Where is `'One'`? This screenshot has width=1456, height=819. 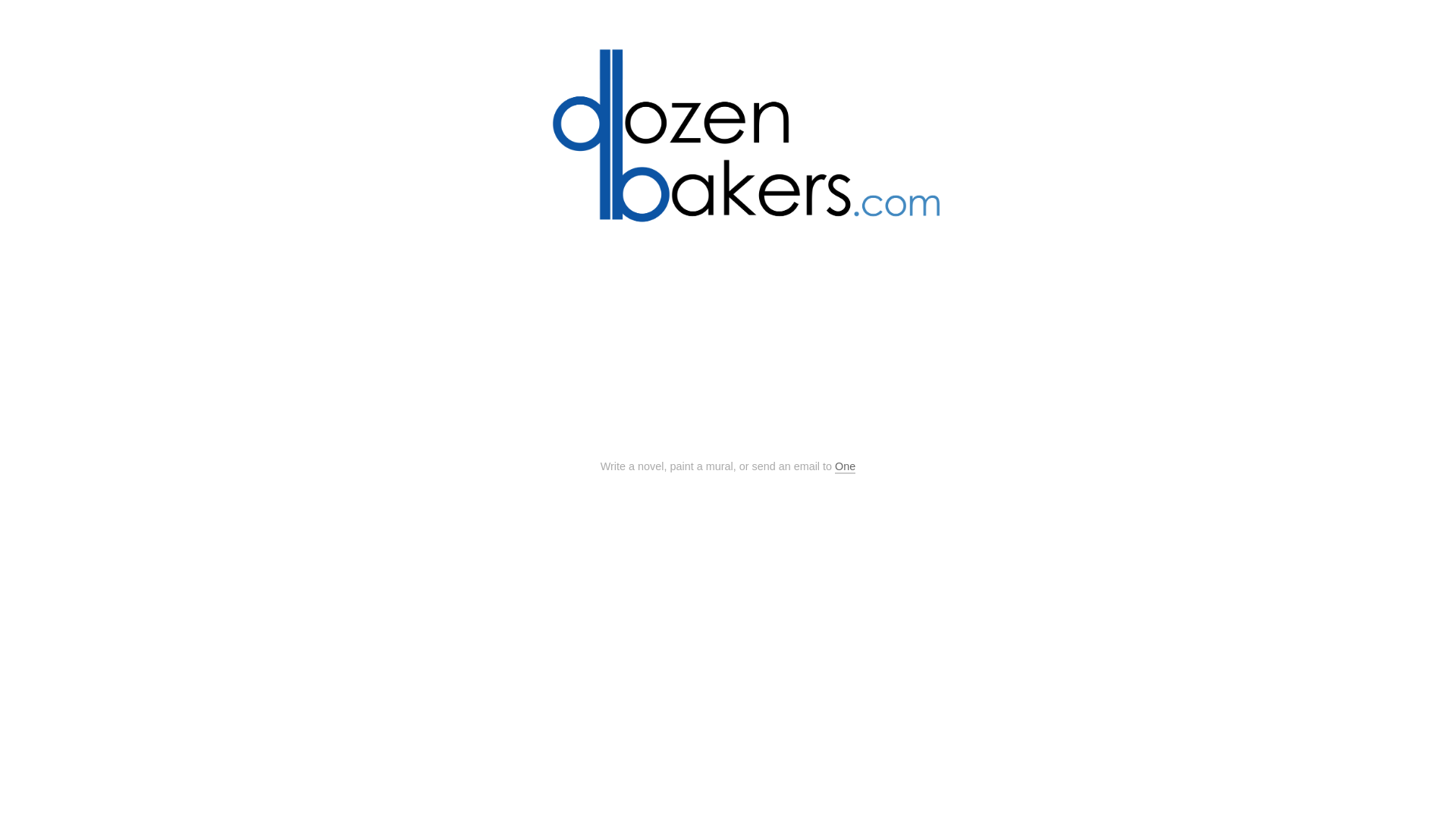 'One' is located at coordinates (844, 466).